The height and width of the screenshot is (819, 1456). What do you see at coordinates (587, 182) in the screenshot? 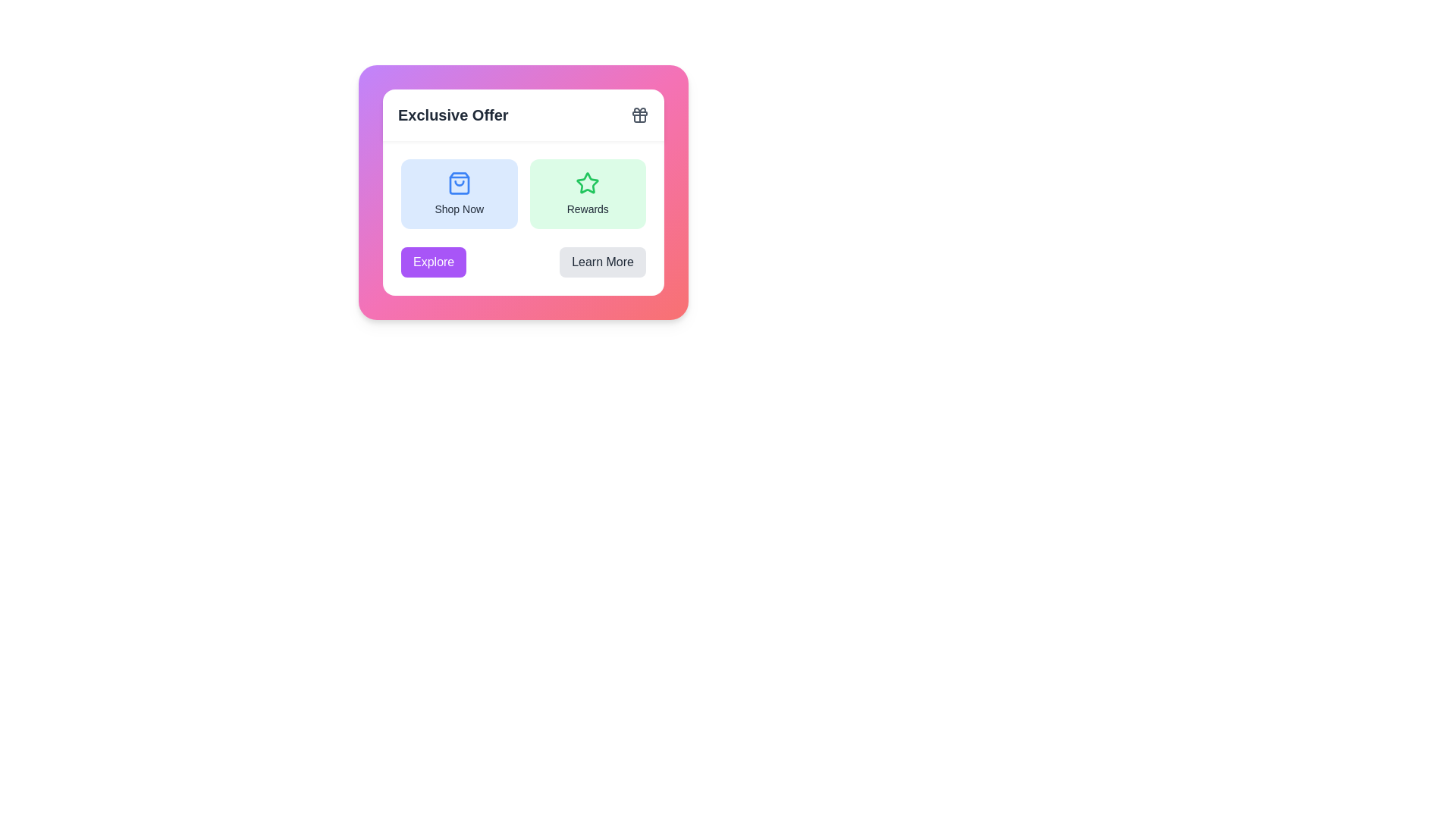
I see `the star icon associated with the 'Rewards' label on the second card in the middle section of the interface` at bounding box center [587, 182].